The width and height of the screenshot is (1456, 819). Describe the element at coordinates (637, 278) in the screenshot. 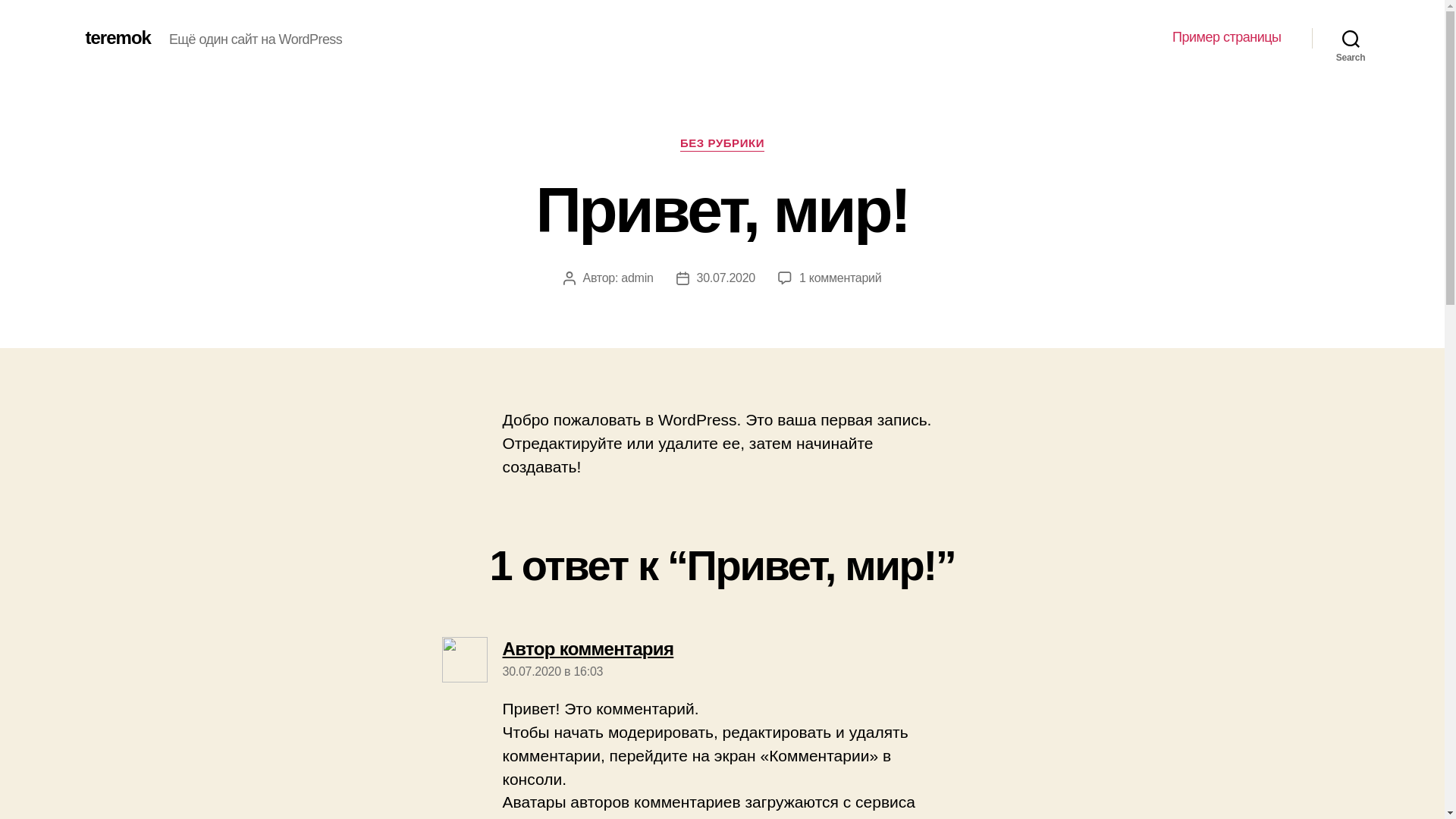

I see `'admin'` at that location.